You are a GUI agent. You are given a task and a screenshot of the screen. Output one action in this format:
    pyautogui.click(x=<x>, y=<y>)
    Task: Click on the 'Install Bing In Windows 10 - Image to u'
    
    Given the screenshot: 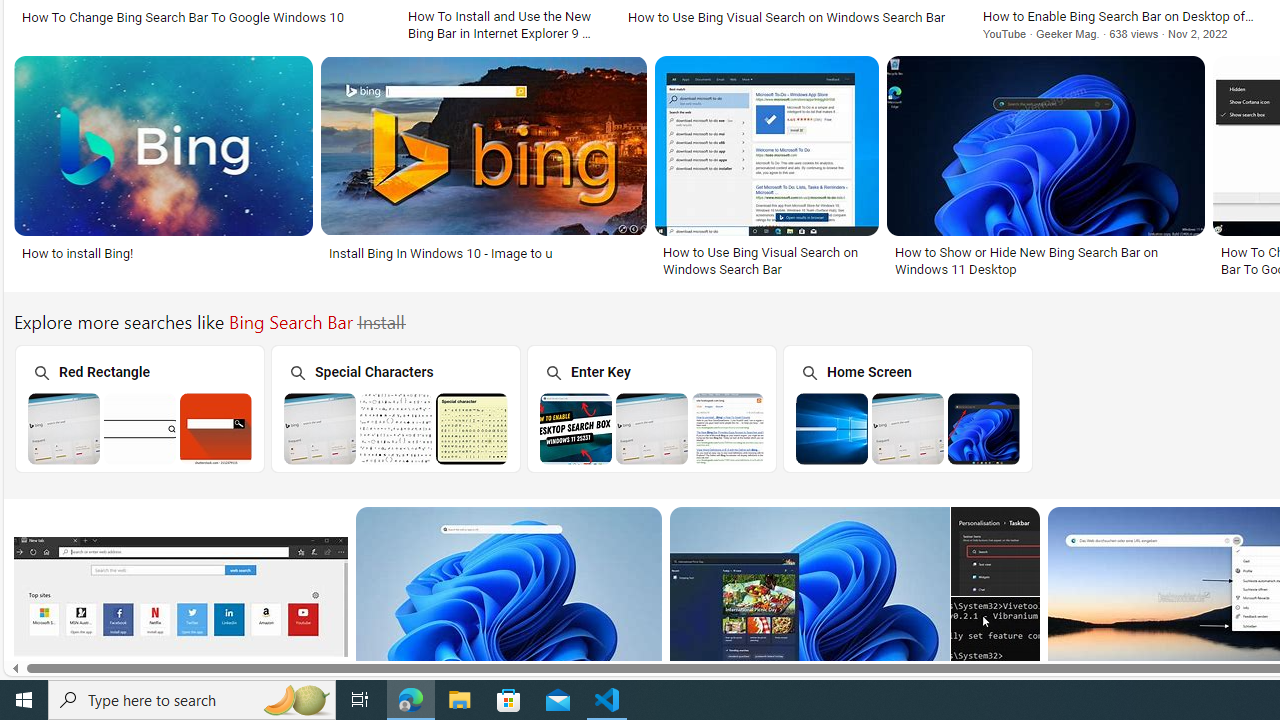 What is the action you would take?
    pyautogui.click(x=483, y=252)
    